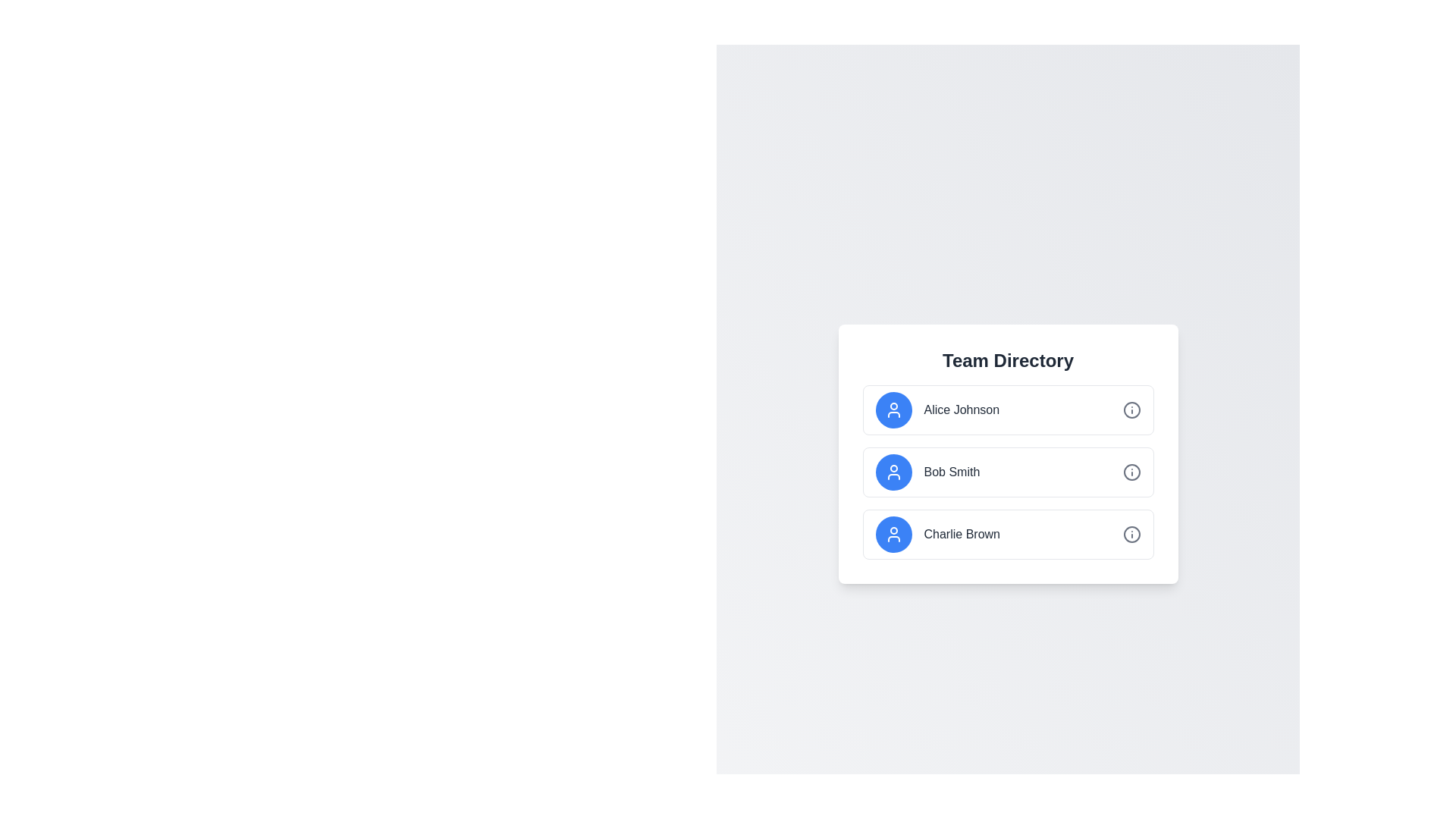 The image size is (1456, 819). I want to click on the icon located to the right of the user 'Bob Smith' in the list, so click(1131, 472).